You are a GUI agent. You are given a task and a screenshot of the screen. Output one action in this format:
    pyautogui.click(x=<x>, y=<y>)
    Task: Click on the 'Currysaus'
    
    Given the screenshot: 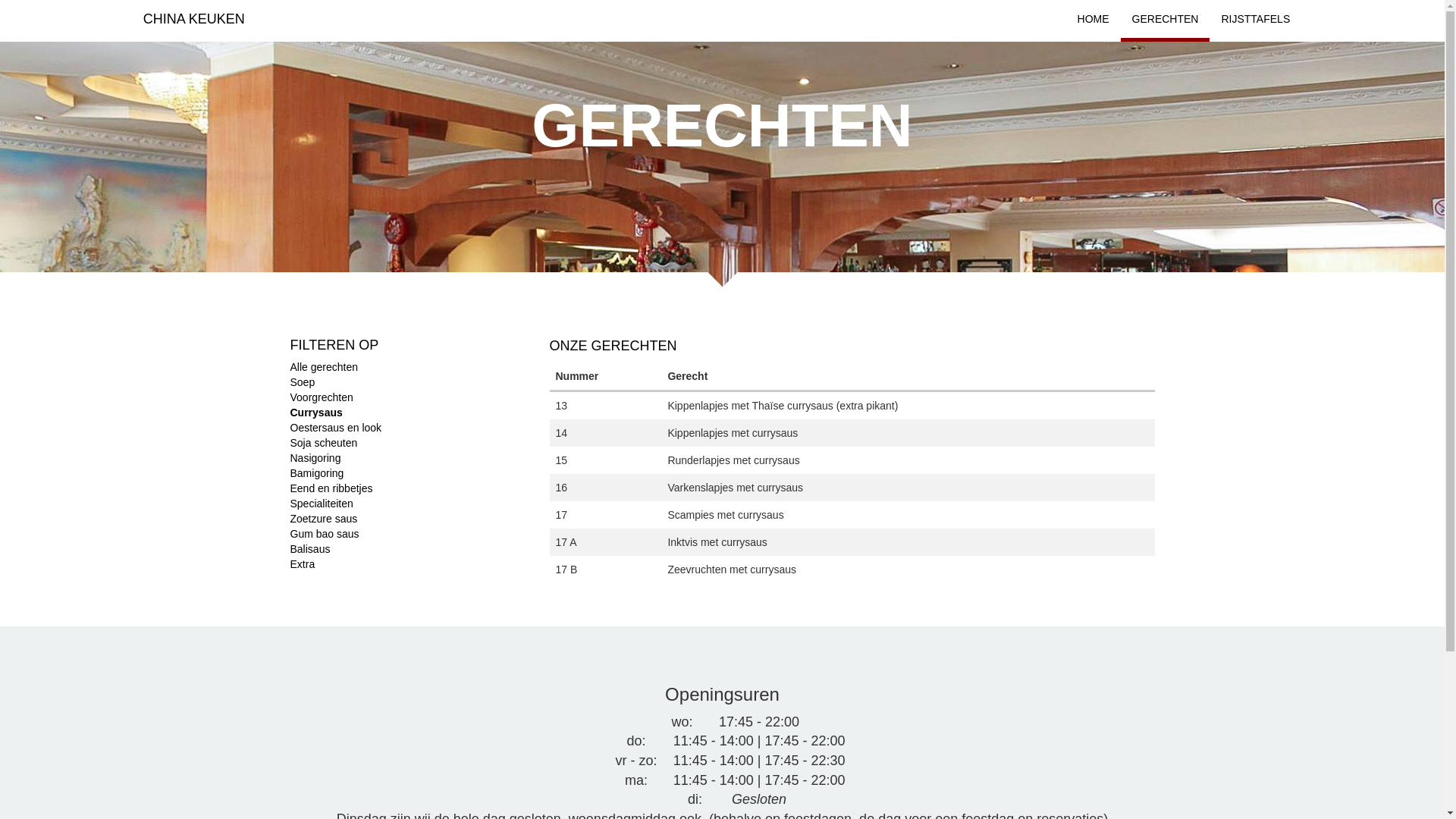 What is the action you would take?
    pyautogui.click(x=315, y=412)
    